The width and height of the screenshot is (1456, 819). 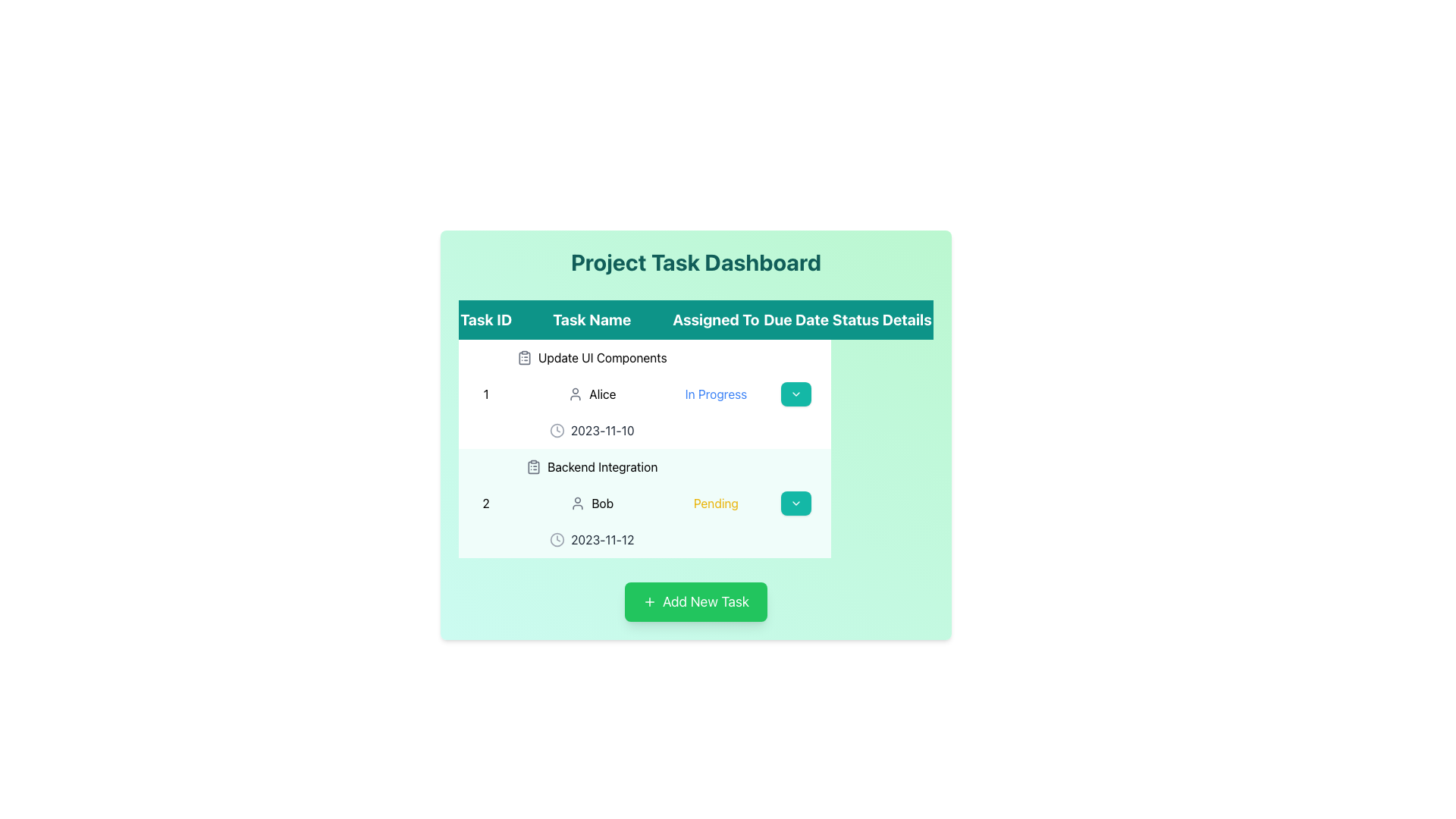 What do you see at coordinates (601, 394) in the screenshot?
I see `the Text Label that identifies the user assigned to the task in the first row of the table, located in the 'Assigned To' column` at bounding box center [601, 394].